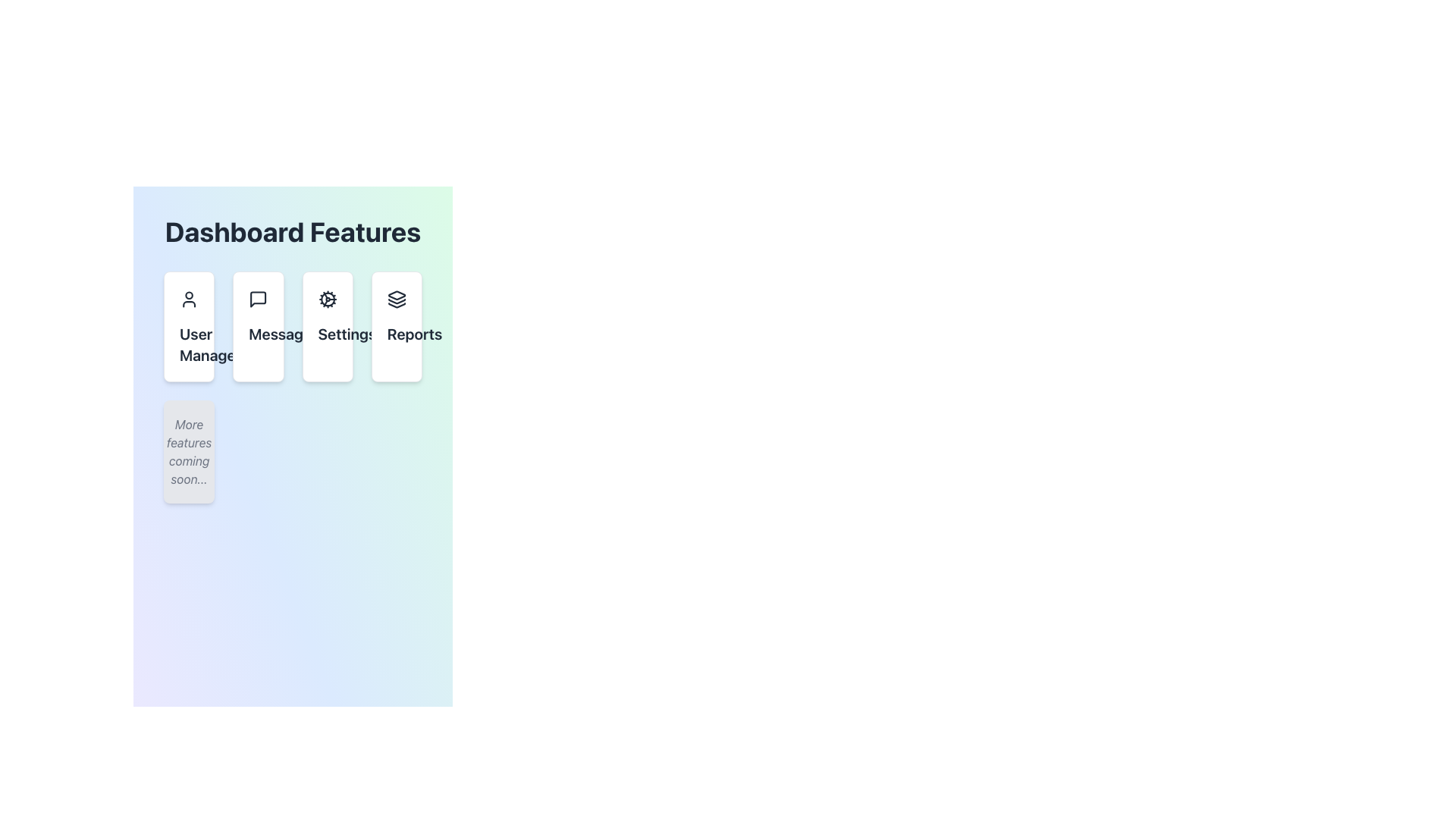 This screenshot has width=1456, height=819. I want to click on the cogwheel icon, which is part of the 'Settings' card in the Dashboard Features section, positioned as the third card from the left, so click(327, 299).